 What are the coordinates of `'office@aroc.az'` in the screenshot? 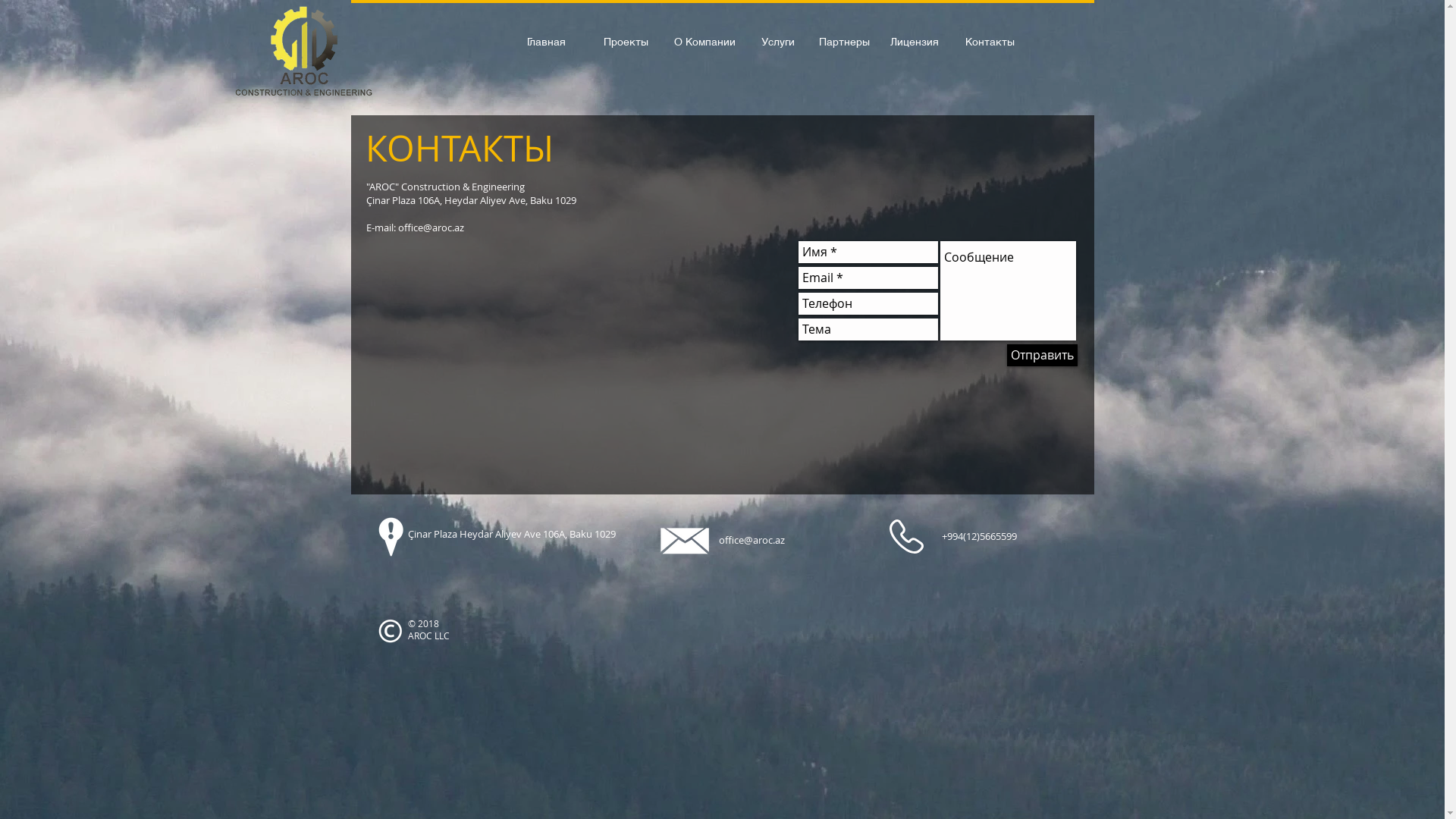 It's located at (752, 539).